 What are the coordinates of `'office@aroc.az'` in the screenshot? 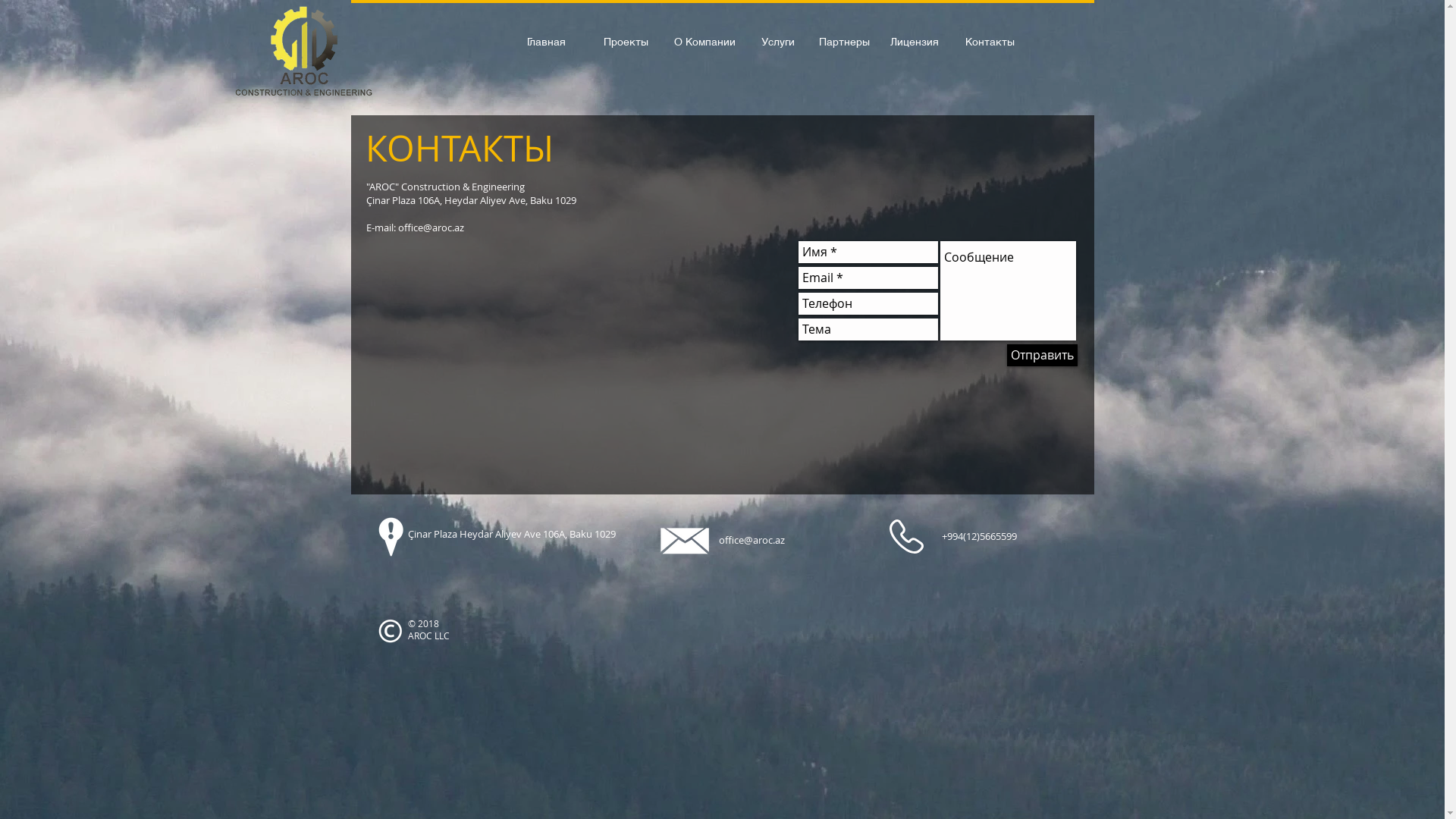 It's located at (752, 539).